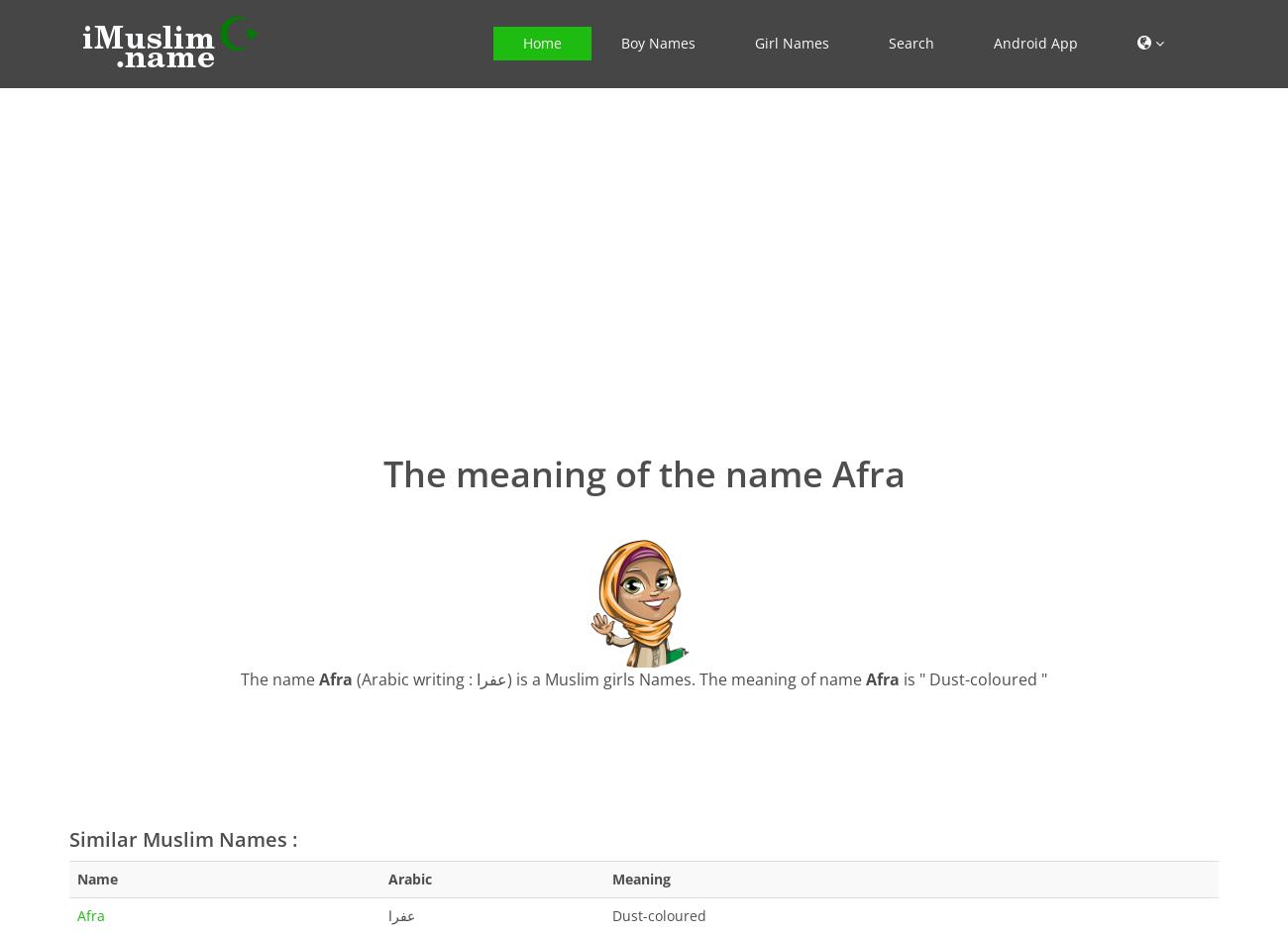 Image resolution: width=1288 pixels, height=934 pixels. Describe the element at coordinates (612, 913) in the screenshot. I see `'Dust-coloured'` at that location.